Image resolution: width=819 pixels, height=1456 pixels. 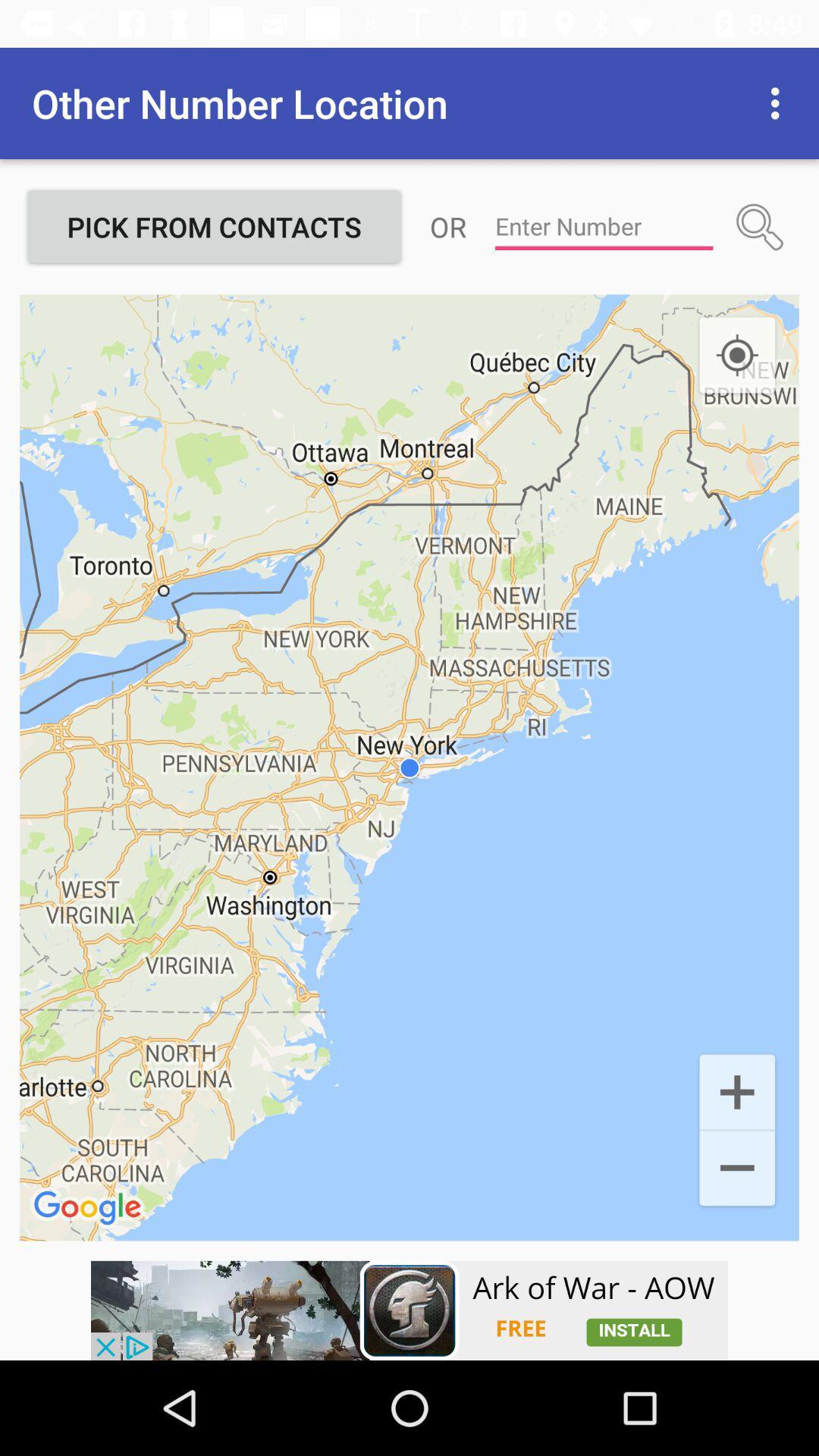 What do you see at coordinates (760, 226) in the screenshot?
I see `the search icon` at bounding box center [760, 226].